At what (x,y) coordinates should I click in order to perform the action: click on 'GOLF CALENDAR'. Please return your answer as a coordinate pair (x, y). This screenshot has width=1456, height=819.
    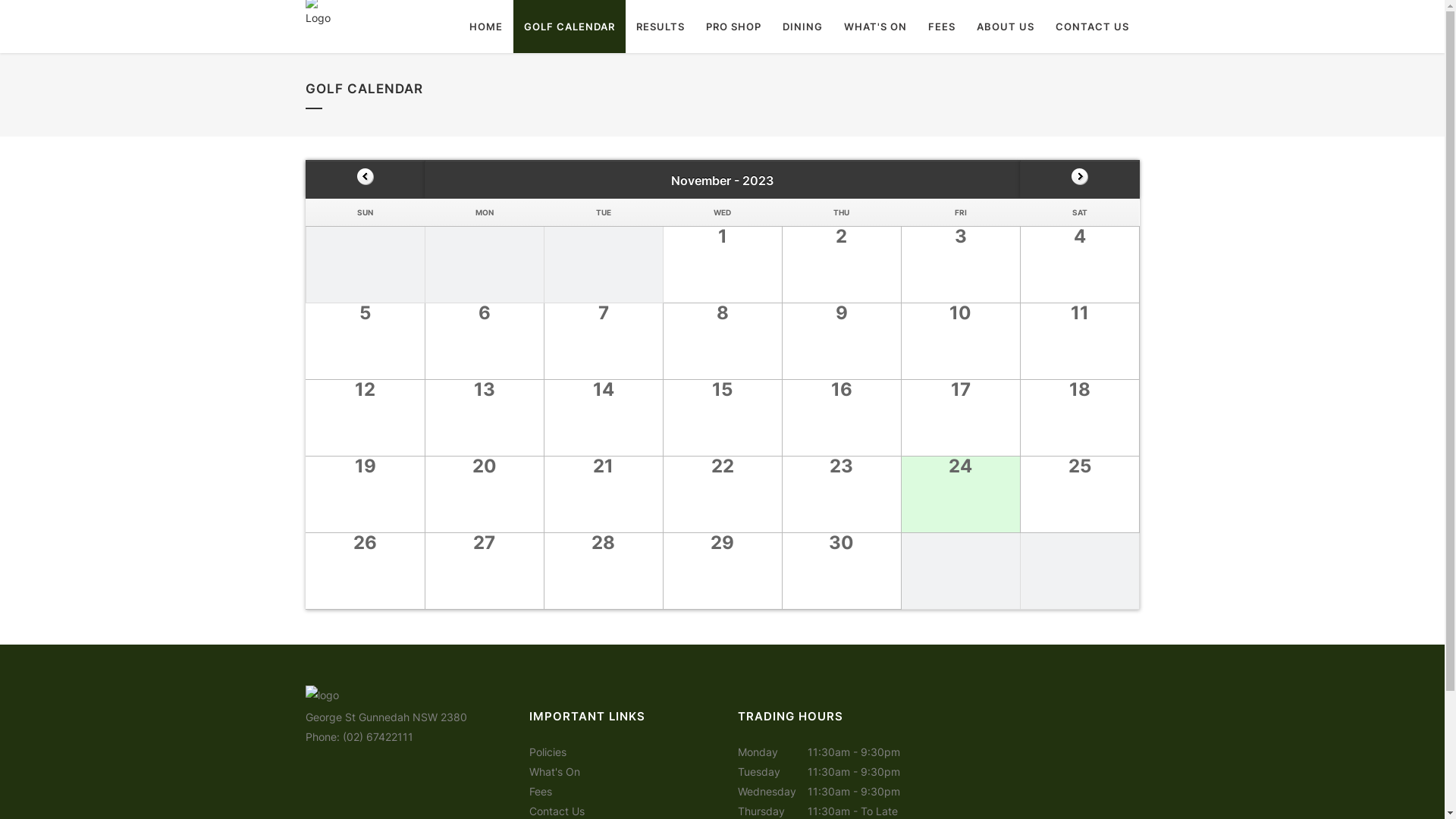
    Looking at the image, I should click on (567, 26).